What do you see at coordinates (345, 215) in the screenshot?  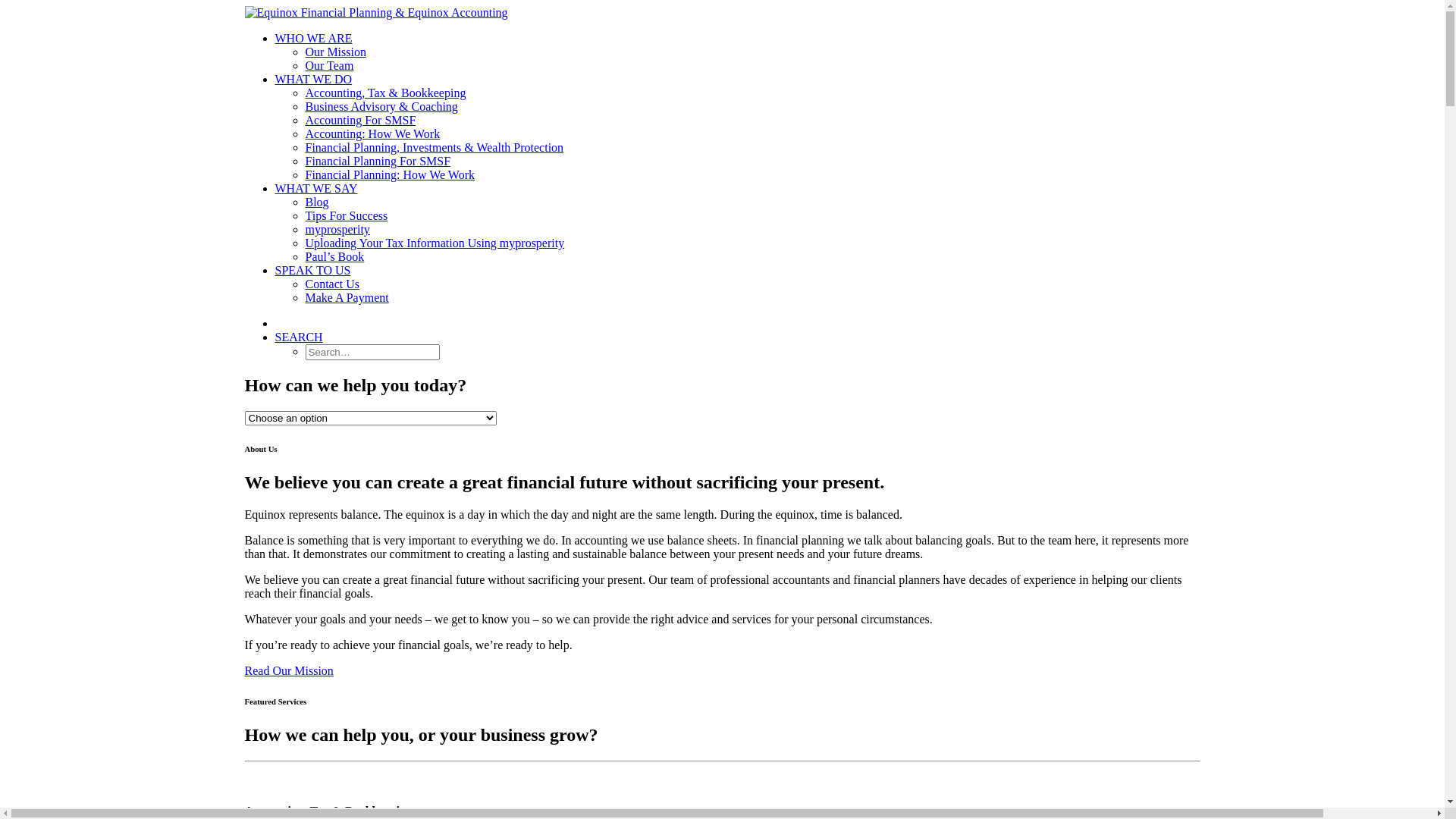 I see `'Tips For Success'` at bounding box center [345, 215].